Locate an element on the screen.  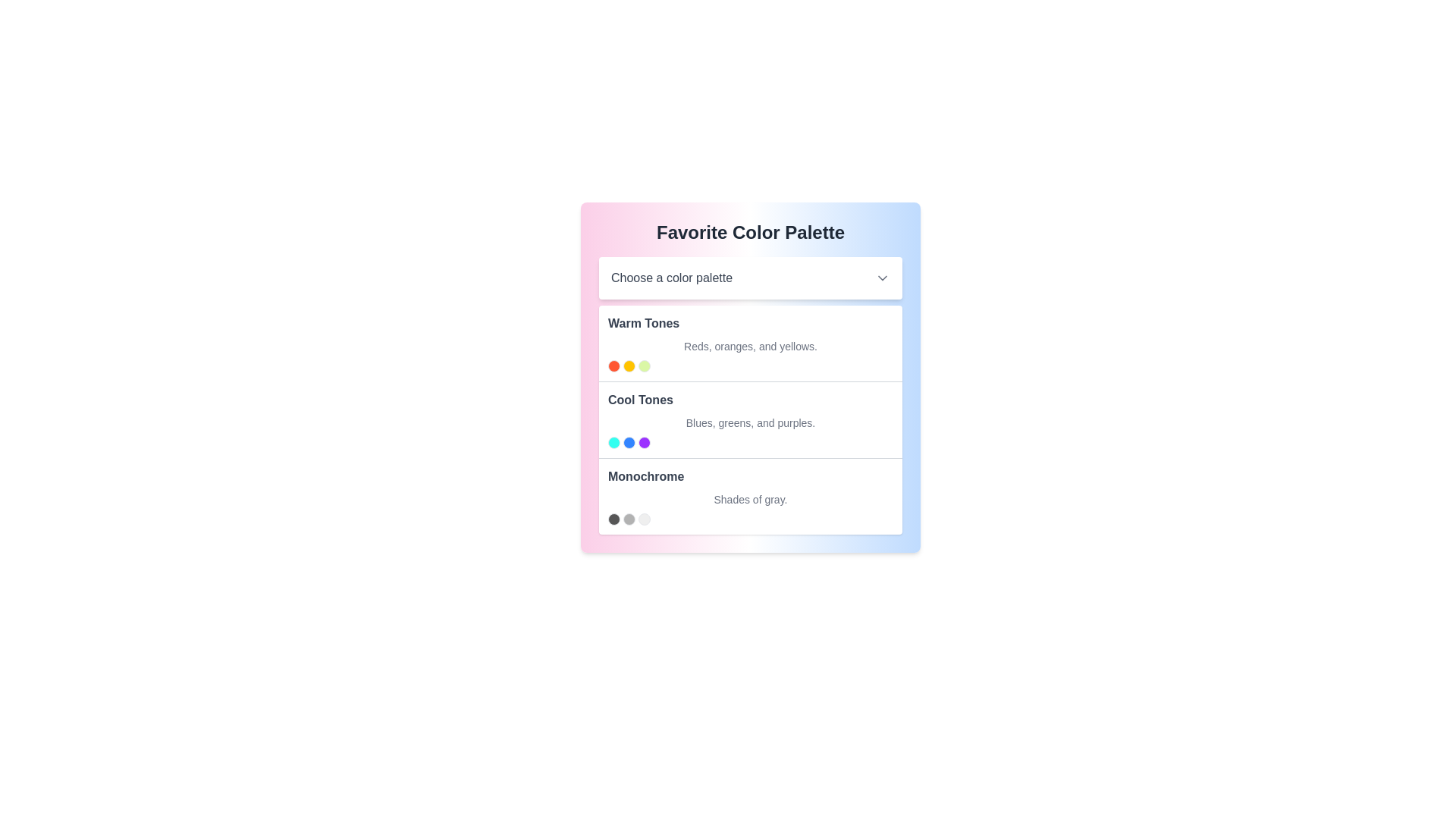
the first circular icon in the horizontal list under the 'Monochrome' section, which has a gray background color and no content inside is located at coordinates (614, 519).